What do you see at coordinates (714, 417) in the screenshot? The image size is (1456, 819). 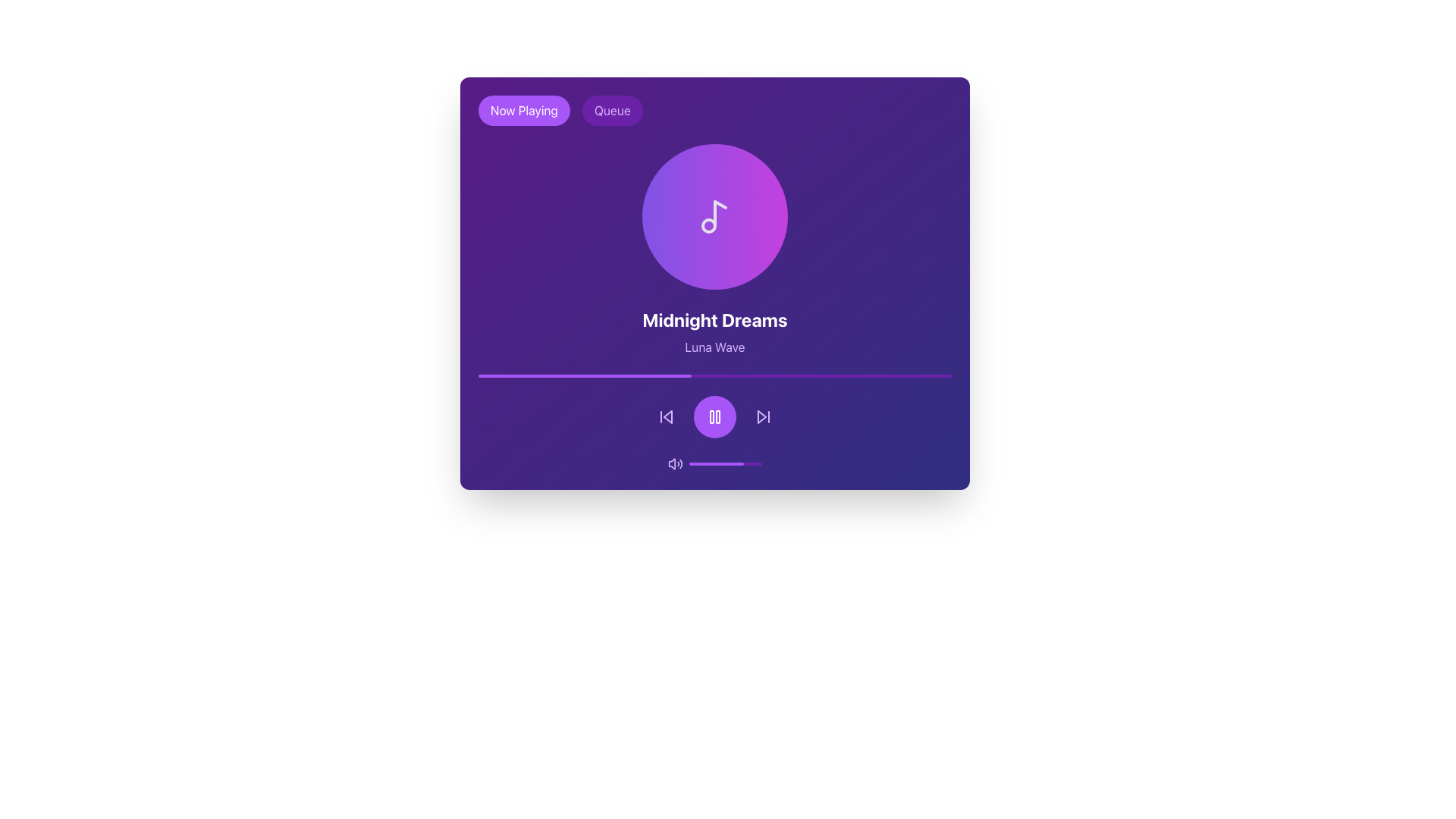 I see `the pause/play button located at the center of the music player interface to interact with the keyboard` at bounding box center [714, 417].